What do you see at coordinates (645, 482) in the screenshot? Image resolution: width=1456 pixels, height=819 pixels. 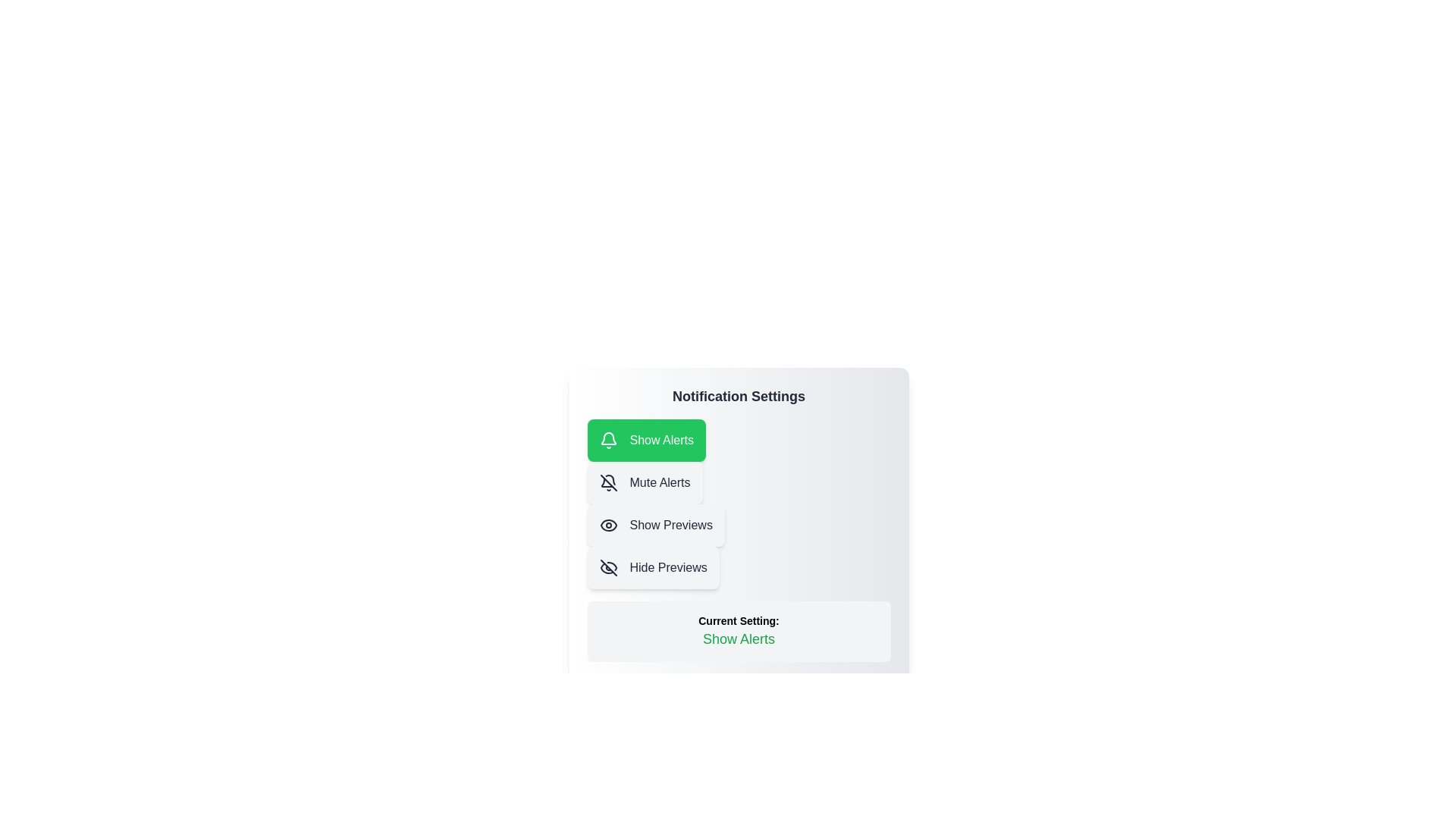 I see `the notification setting Mute Alerts by clicking the corresponding button` at bounding box center [645, 482].